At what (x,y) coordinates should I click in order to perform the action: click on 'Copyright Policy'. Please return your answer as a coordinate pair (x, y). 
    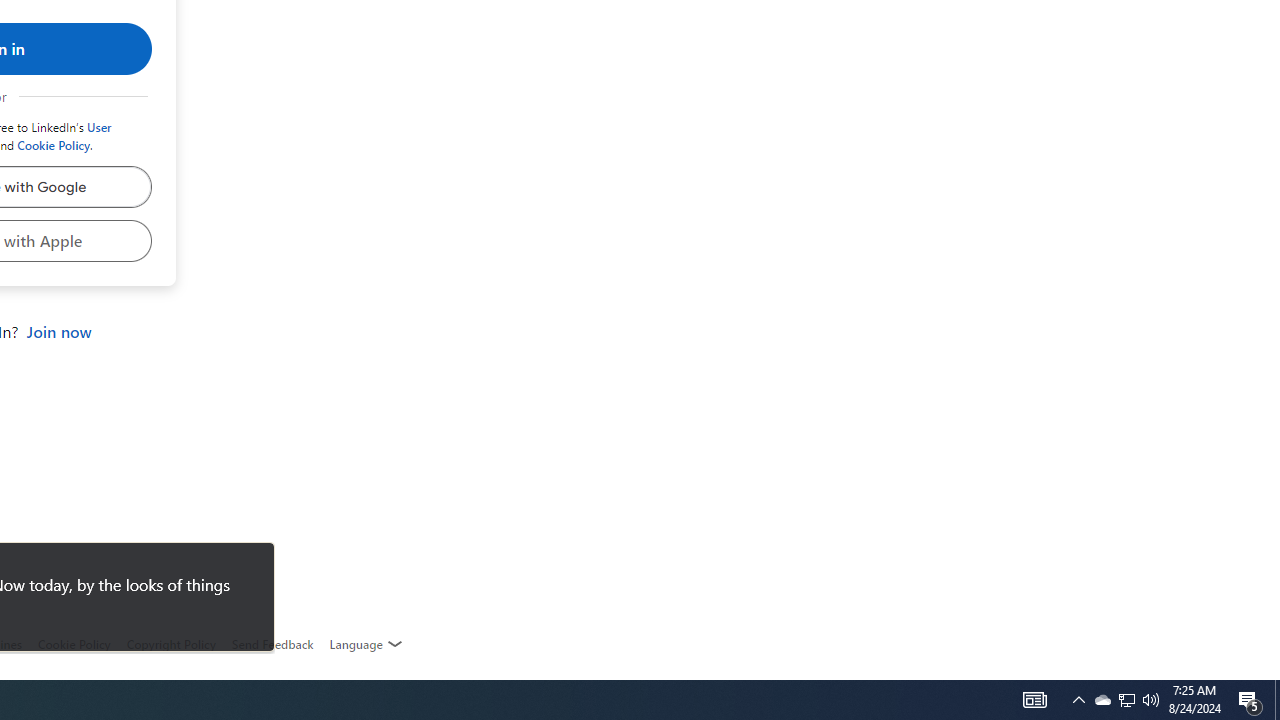
    Looking at the image, I should click on (170, 644).